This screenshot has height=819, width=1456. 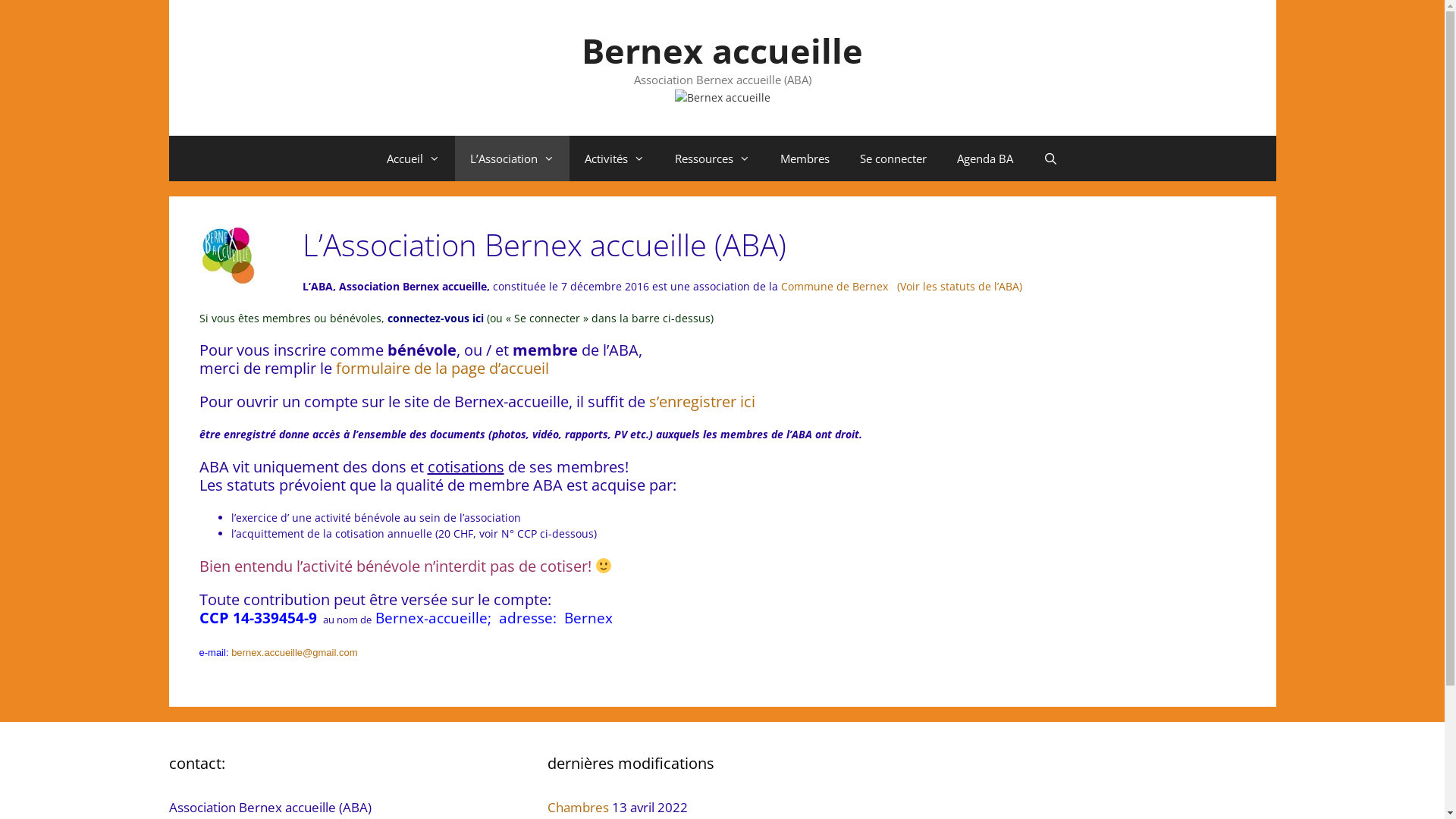 What do you see at coordinates (804, 158) in the screenshot?
I see `'Membres'` at bounding box center [804, 158].